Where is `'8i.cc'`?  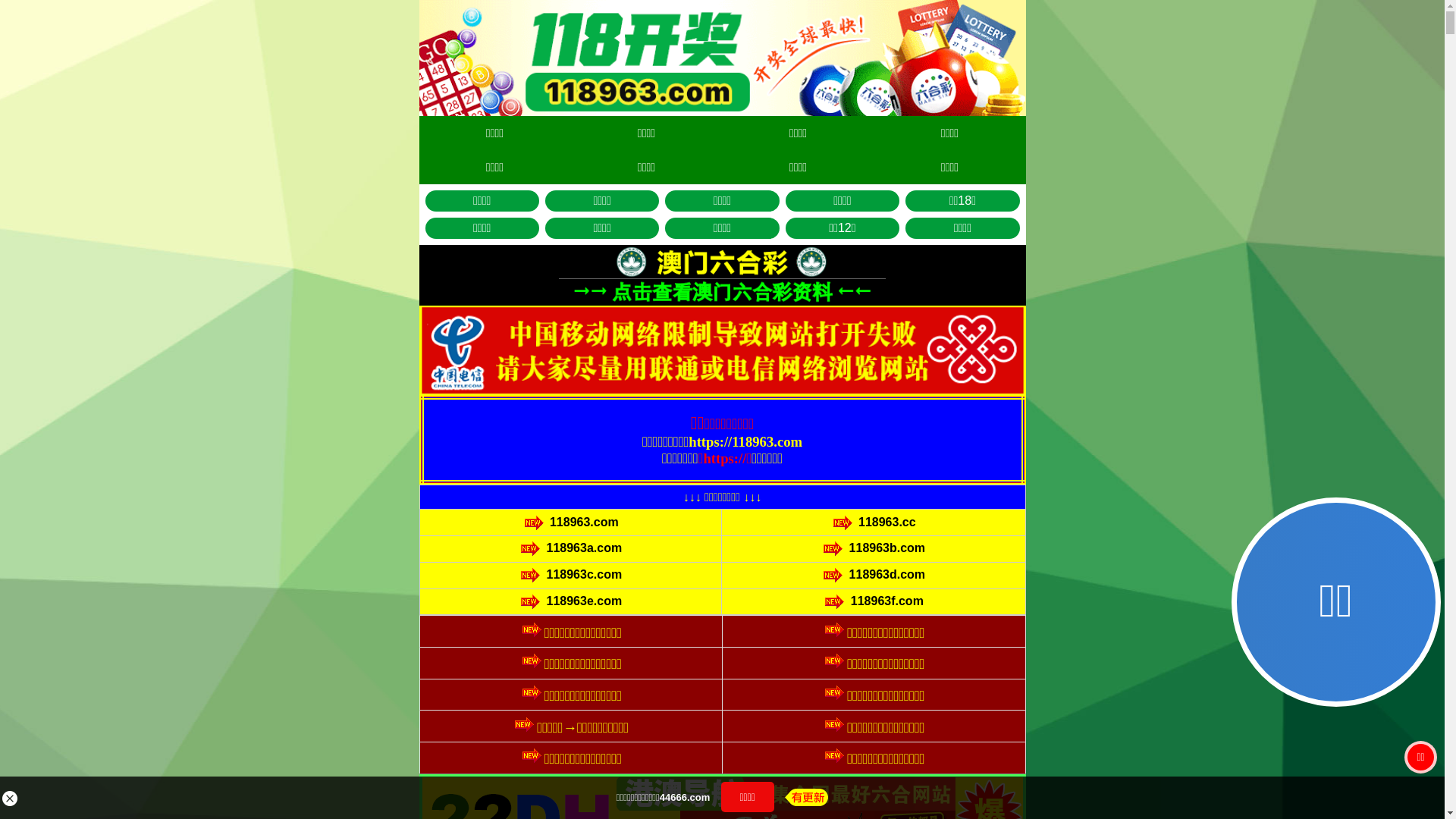 '8i.cc' is located at coordinates (657, 481).